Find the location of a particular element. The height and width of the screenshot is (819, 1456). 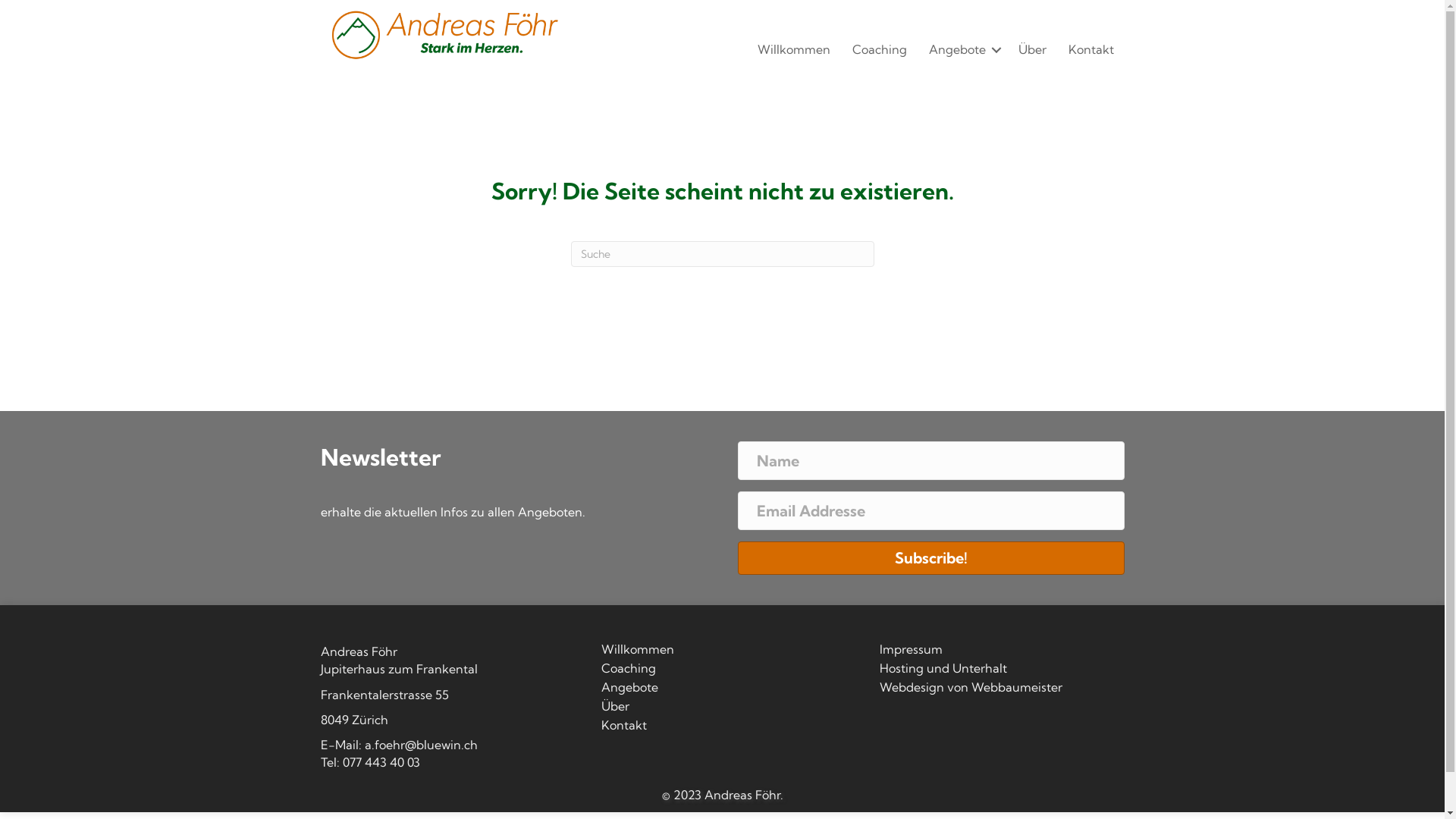

'077 443 40 03' is located at coordinates (341, 762).